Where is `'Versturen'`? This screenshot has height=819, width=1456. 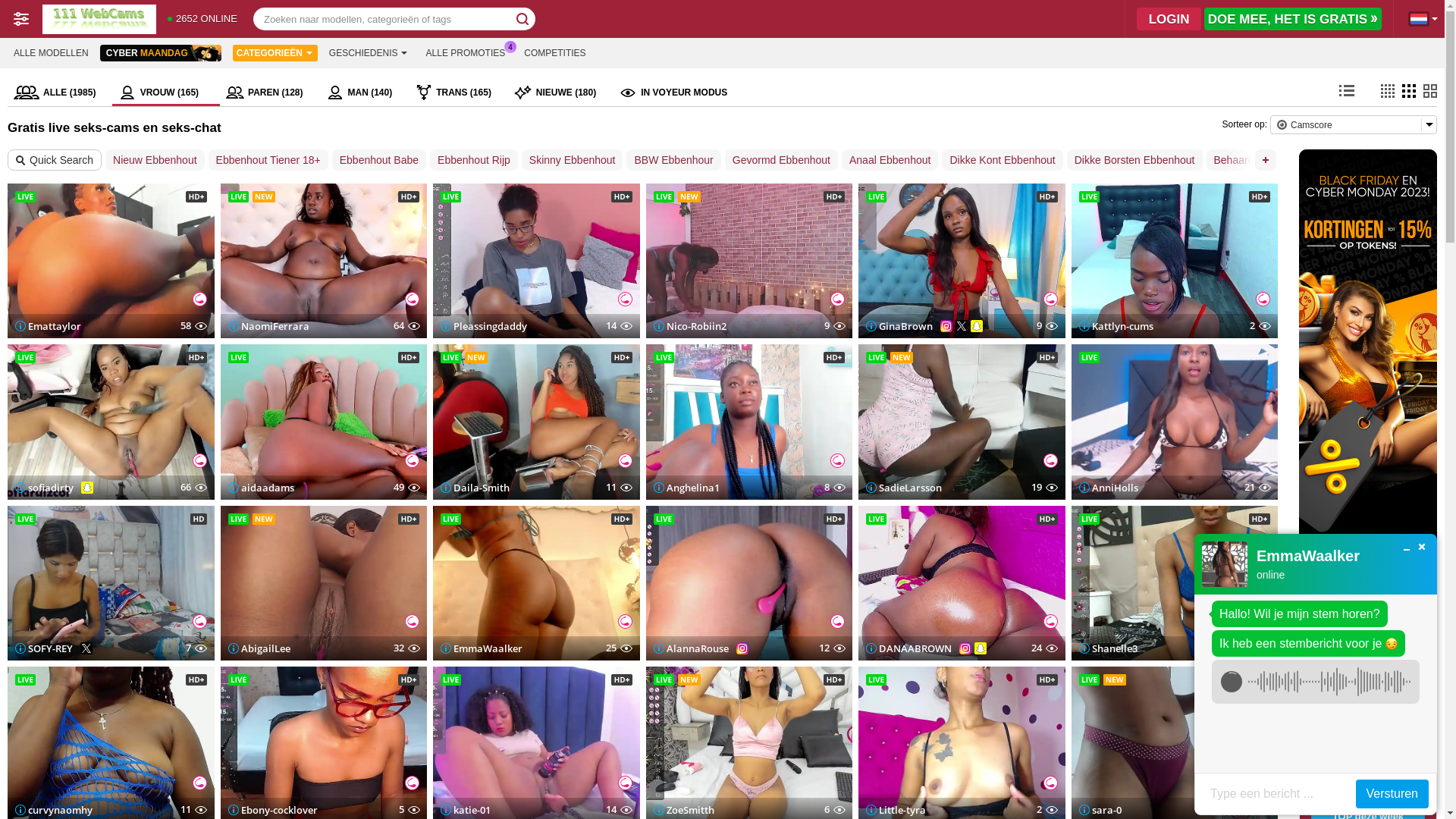
'Versturen' is located at coordinates (1392, 792).